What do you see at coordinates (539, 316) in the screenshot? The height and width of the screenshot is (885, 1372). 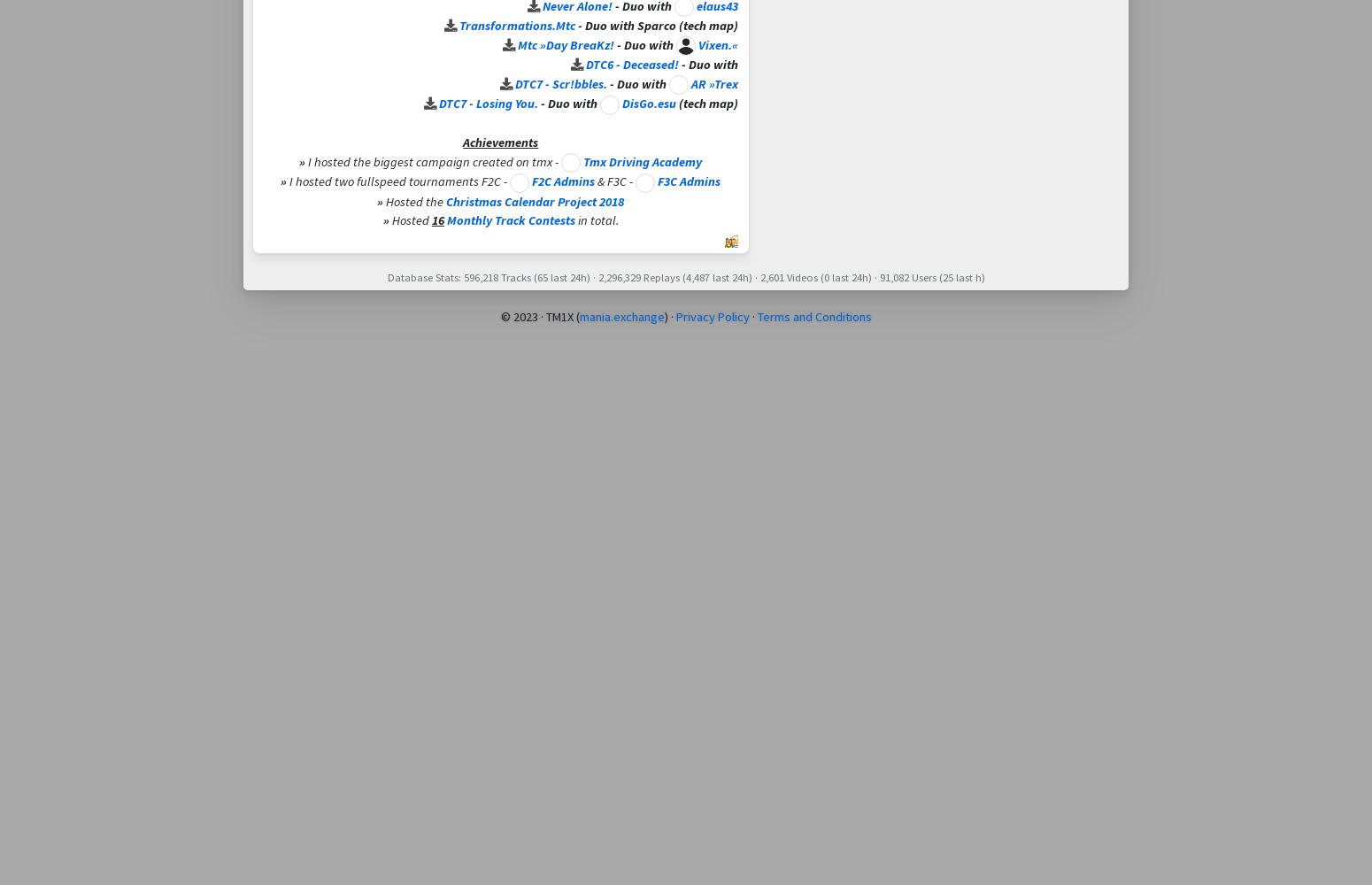 I see `'© 2023 · TM1X ('` at bounding box center [539, 316].